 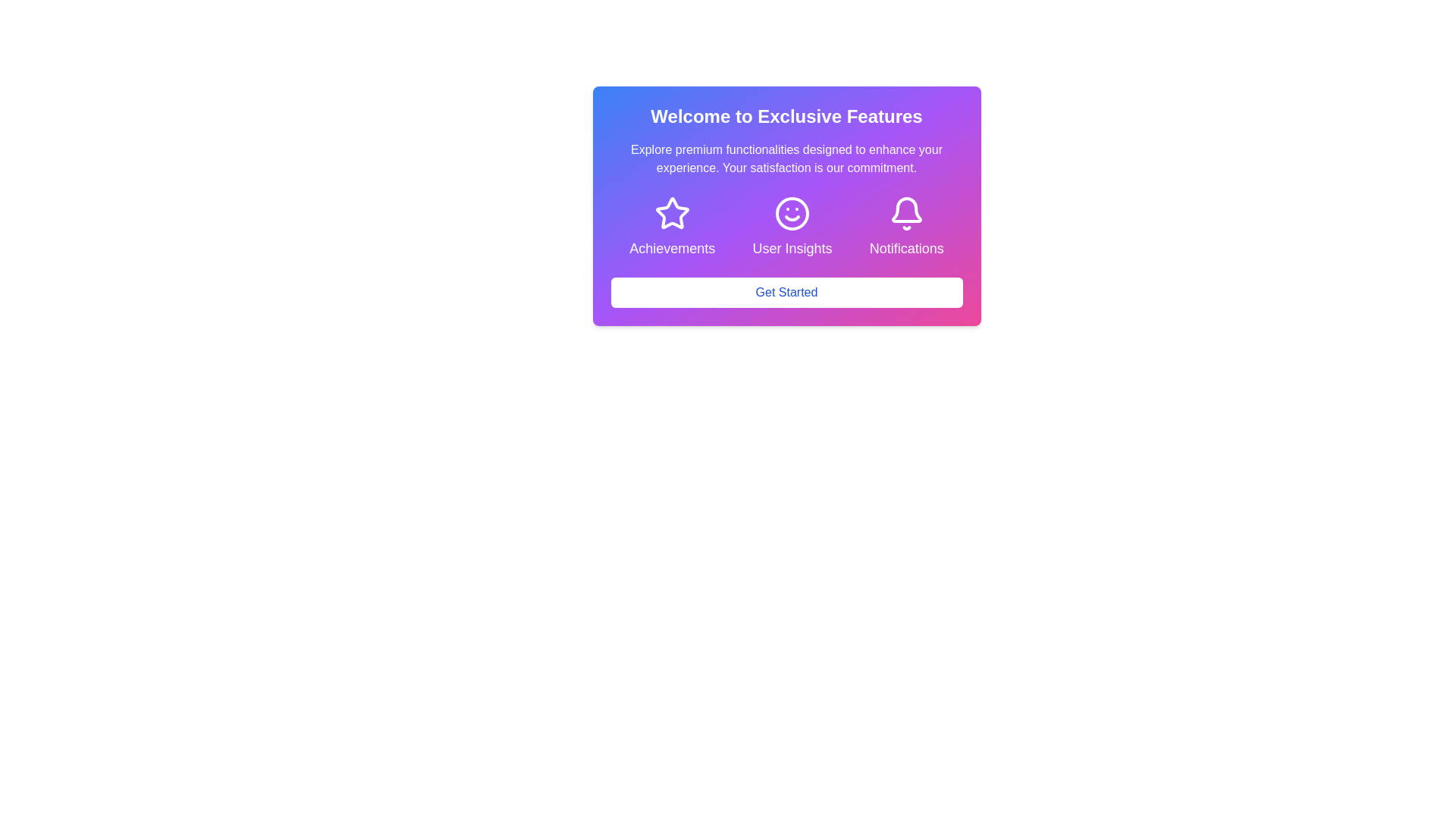 What do you see at coordinates (792, 213) in the screenshot?
I see `the 'User Insights' icon located in the center of the 'User Insights' section` at bounding box center [792, 213].